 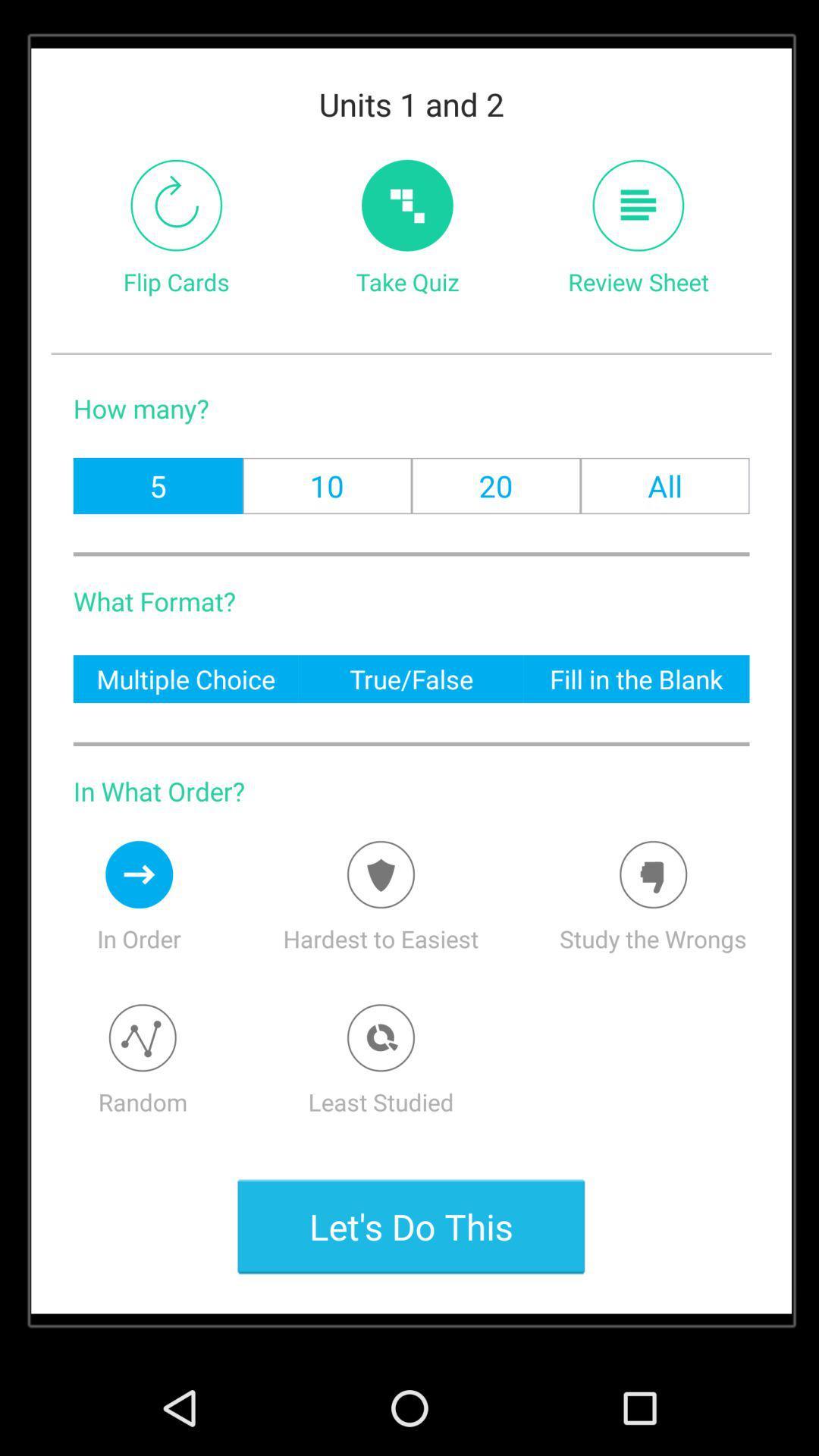 I want to click on item next to take quiz, so click(x=175, y=205).